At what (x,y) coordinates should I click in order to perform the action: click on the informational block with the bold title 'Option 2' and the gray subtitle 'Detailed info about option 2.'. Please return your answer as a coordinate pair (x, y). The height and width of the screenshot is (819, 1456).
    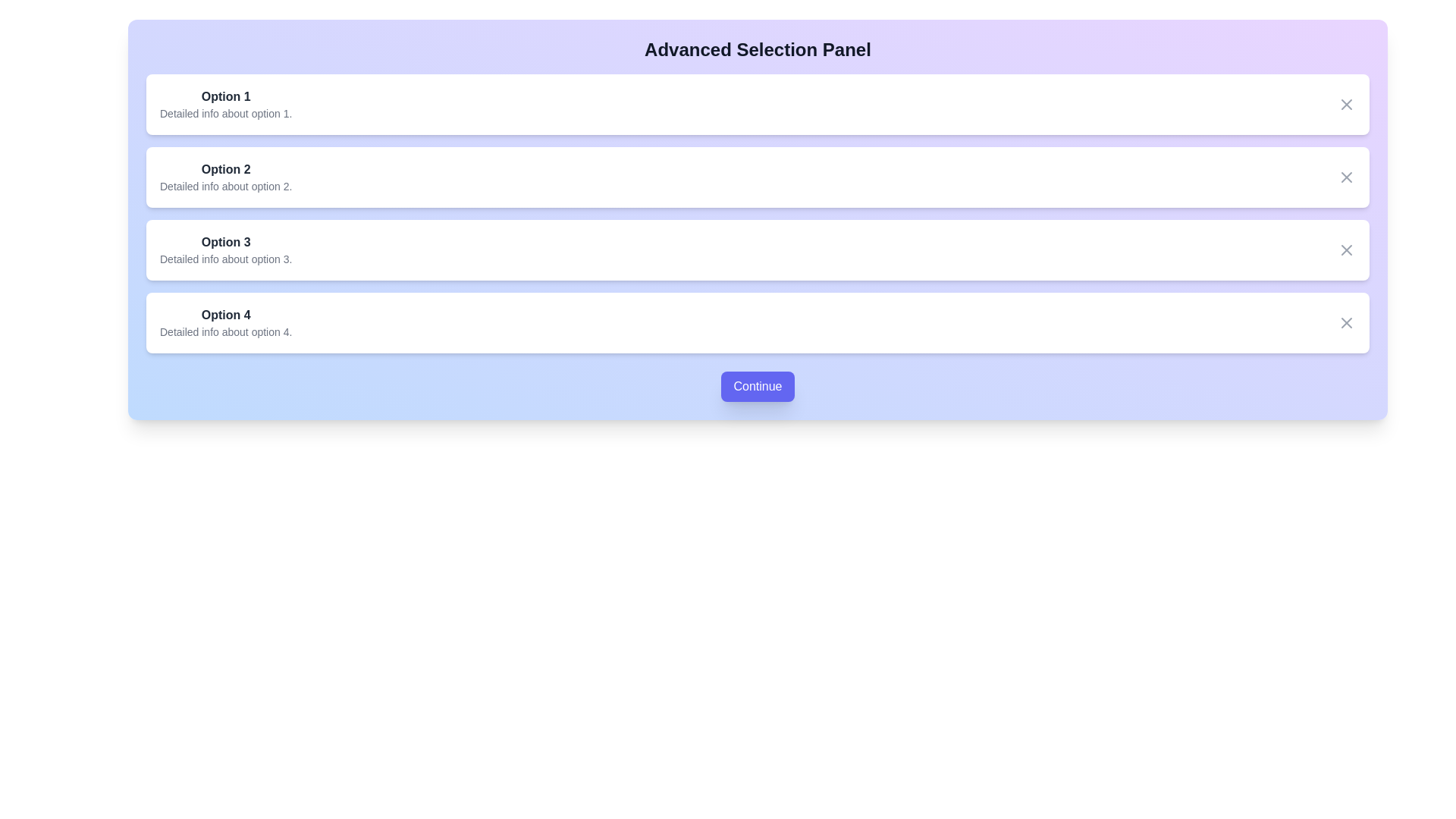
    Looking at the image, I should click on (224, 177).